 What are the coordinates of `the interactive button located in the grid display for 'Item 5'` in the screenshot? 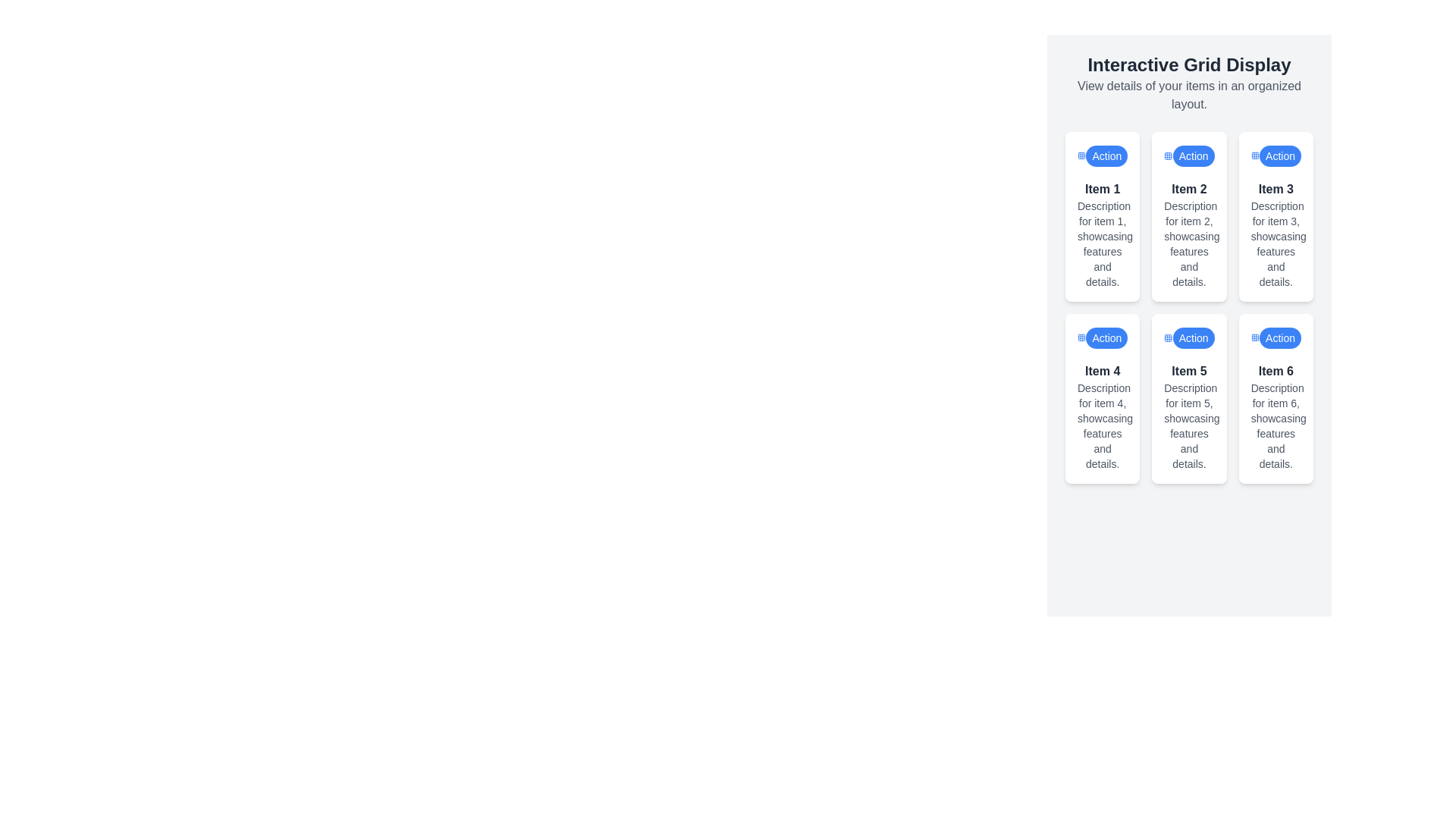 It's located at (1193, 337).